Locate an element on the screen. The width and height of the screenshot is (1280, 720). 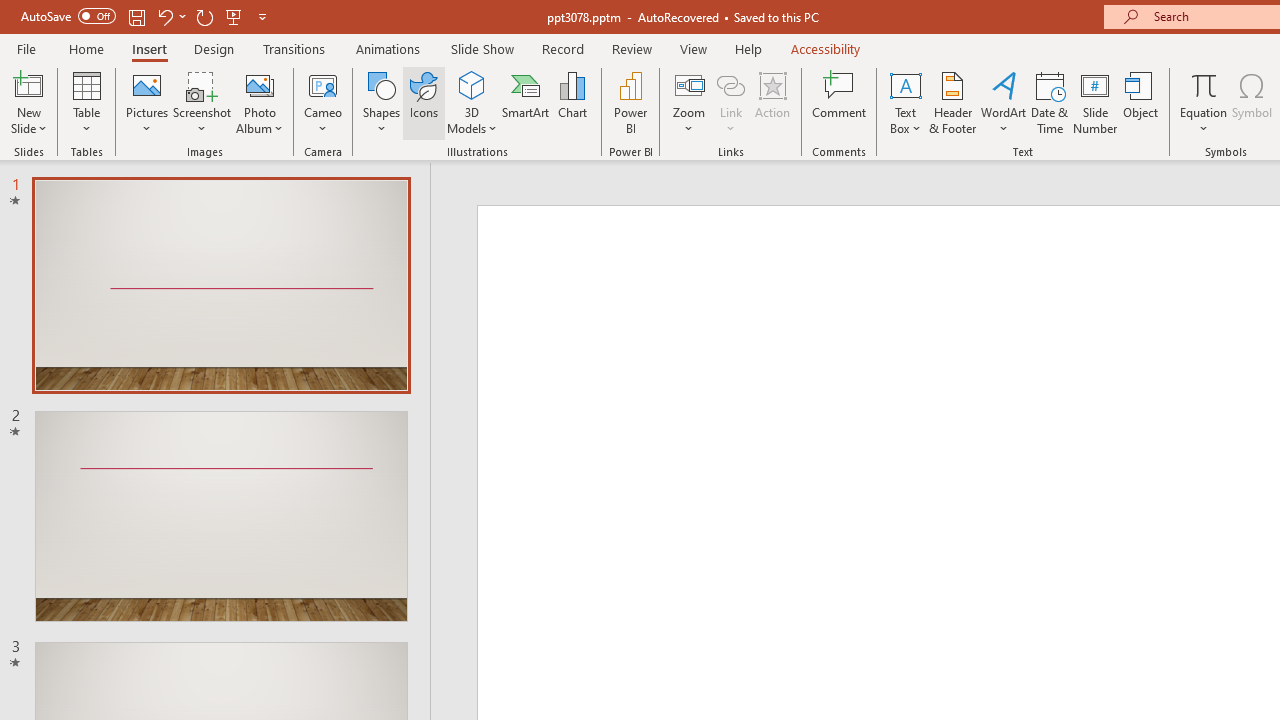
'Object...' is located at coordinates (1141, 103).